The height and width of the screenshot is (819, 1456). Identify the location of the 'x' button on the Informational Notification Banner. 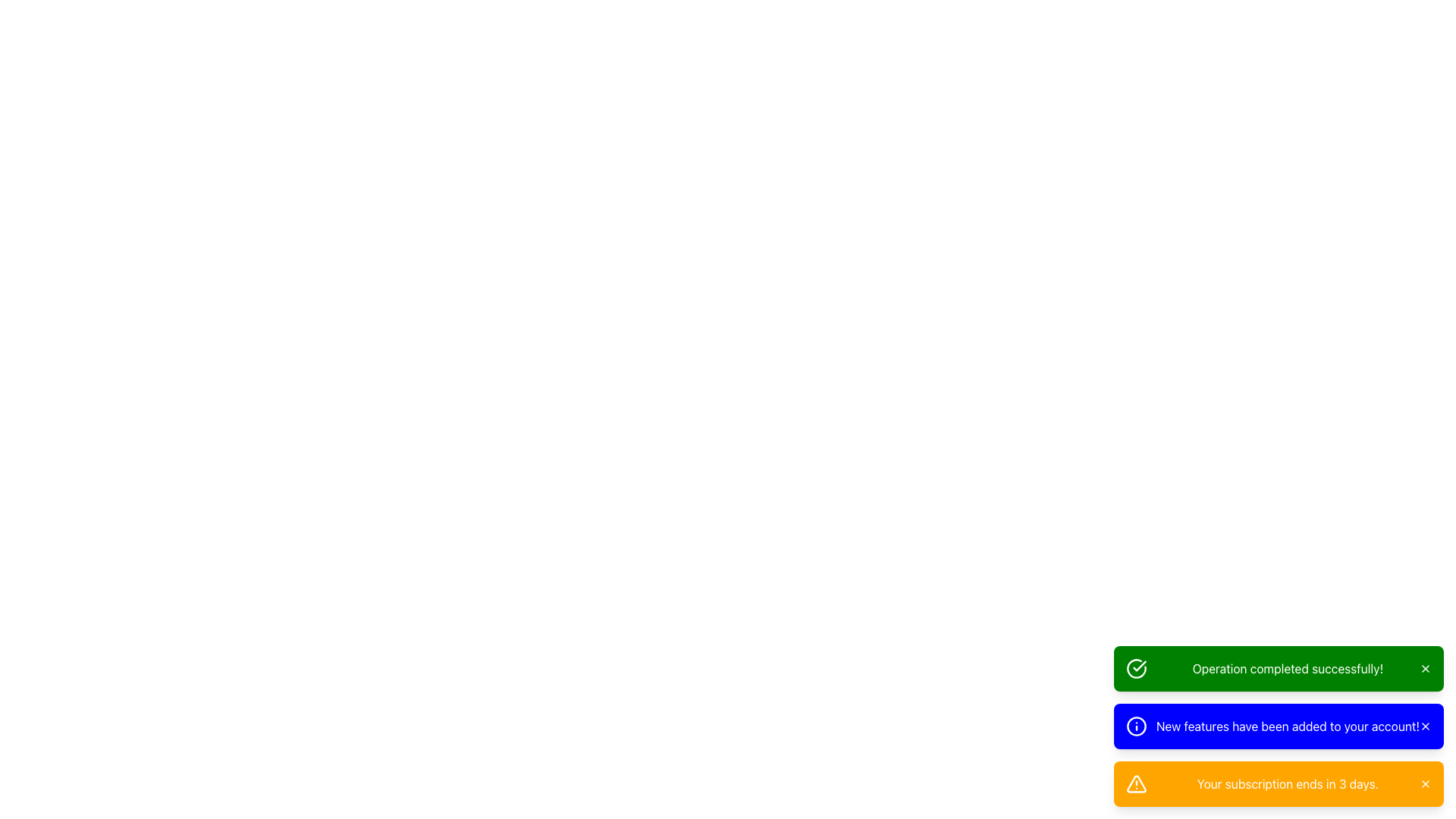
(1278, 725).